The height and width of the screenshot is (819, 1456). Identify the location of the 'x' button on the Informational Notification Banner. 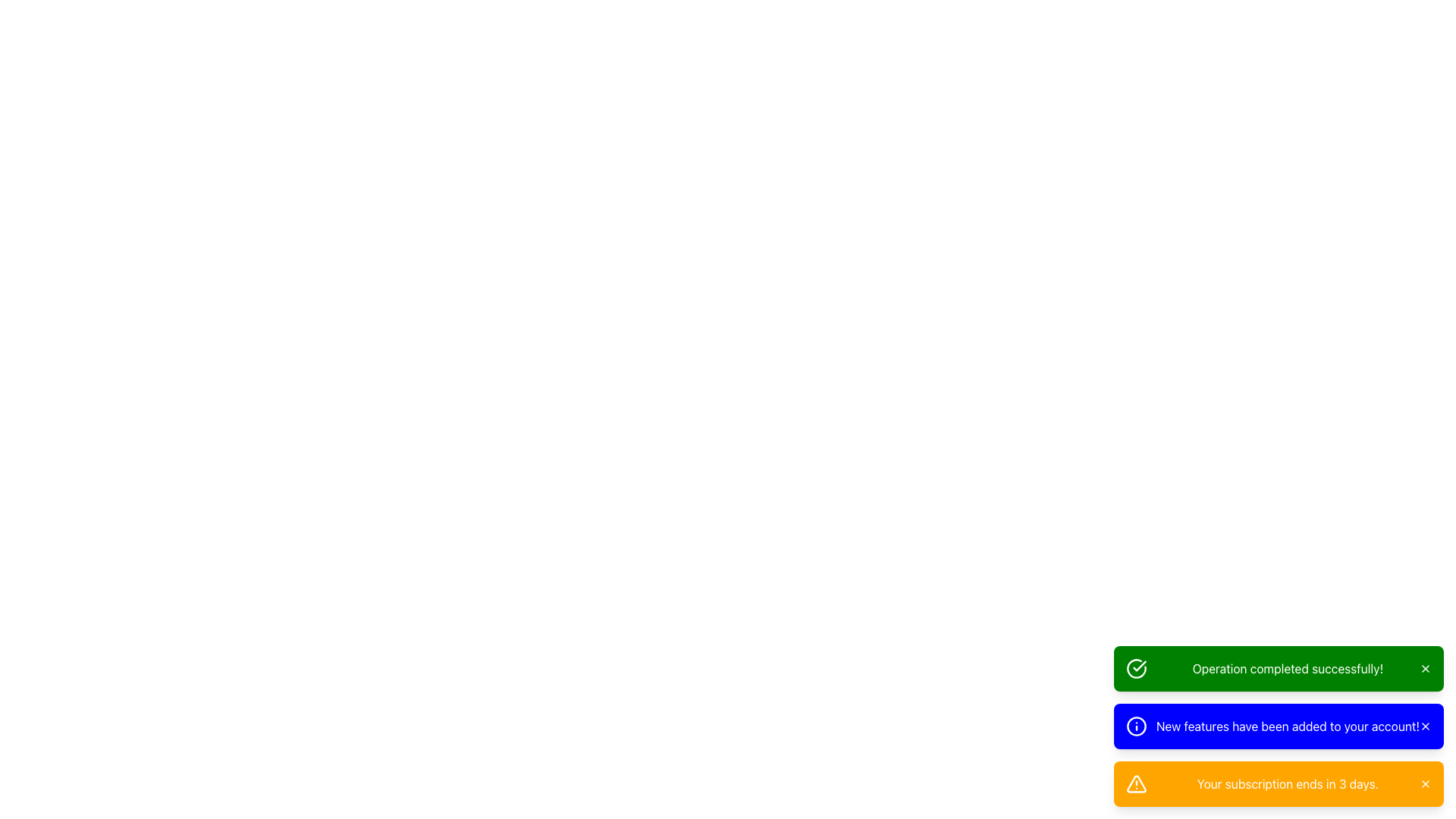
(1278, 725).